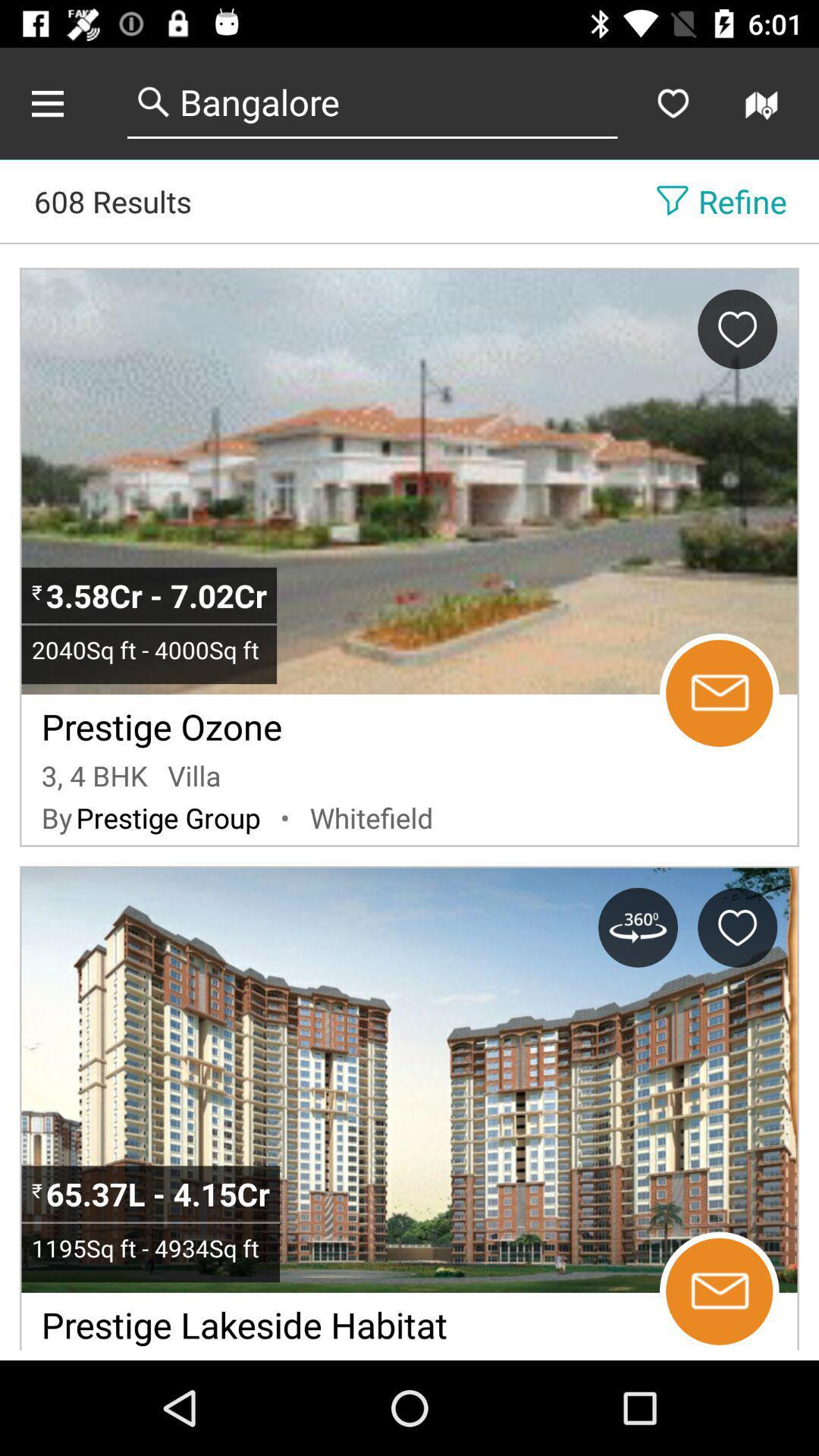  I want to click on mail, so click(718, 1291).